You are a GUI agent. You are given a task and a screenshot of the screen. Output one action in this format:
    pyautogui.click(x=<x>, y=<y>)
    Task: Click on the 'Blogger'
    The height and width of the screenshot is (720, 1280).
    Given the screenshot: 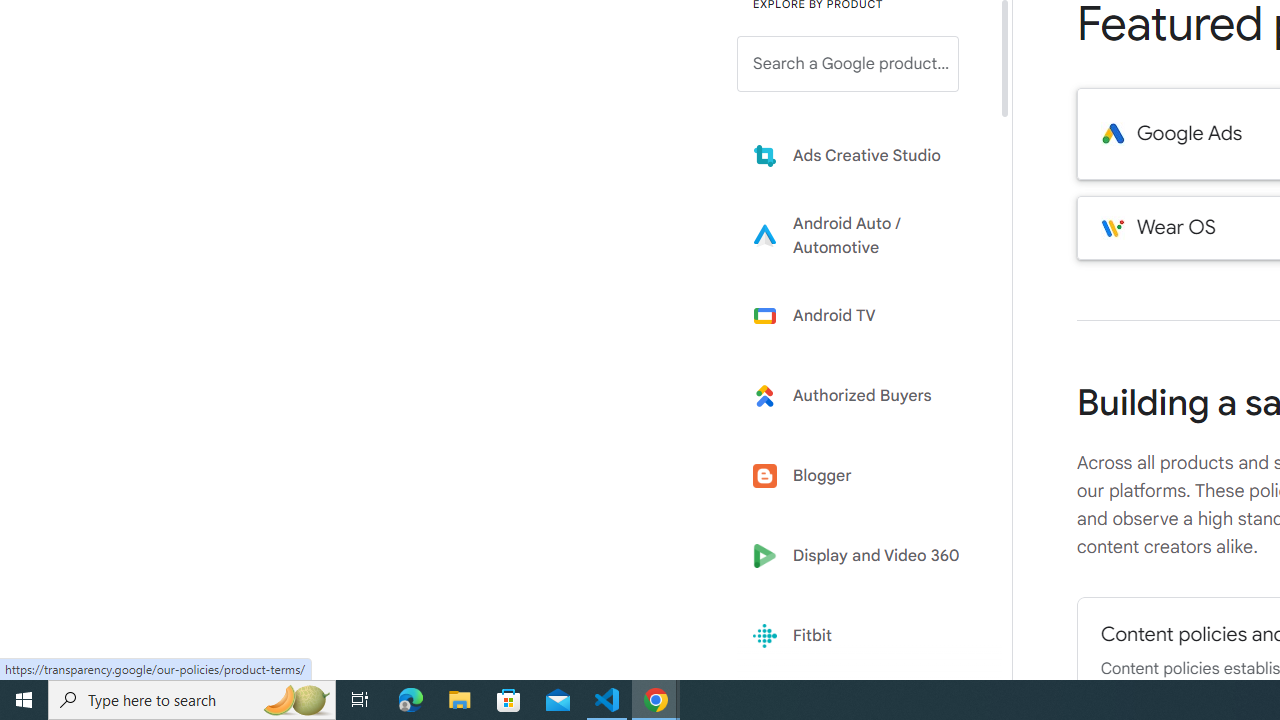 What is the action you would take?
    pyautogui.click(x=862, y=476)
    